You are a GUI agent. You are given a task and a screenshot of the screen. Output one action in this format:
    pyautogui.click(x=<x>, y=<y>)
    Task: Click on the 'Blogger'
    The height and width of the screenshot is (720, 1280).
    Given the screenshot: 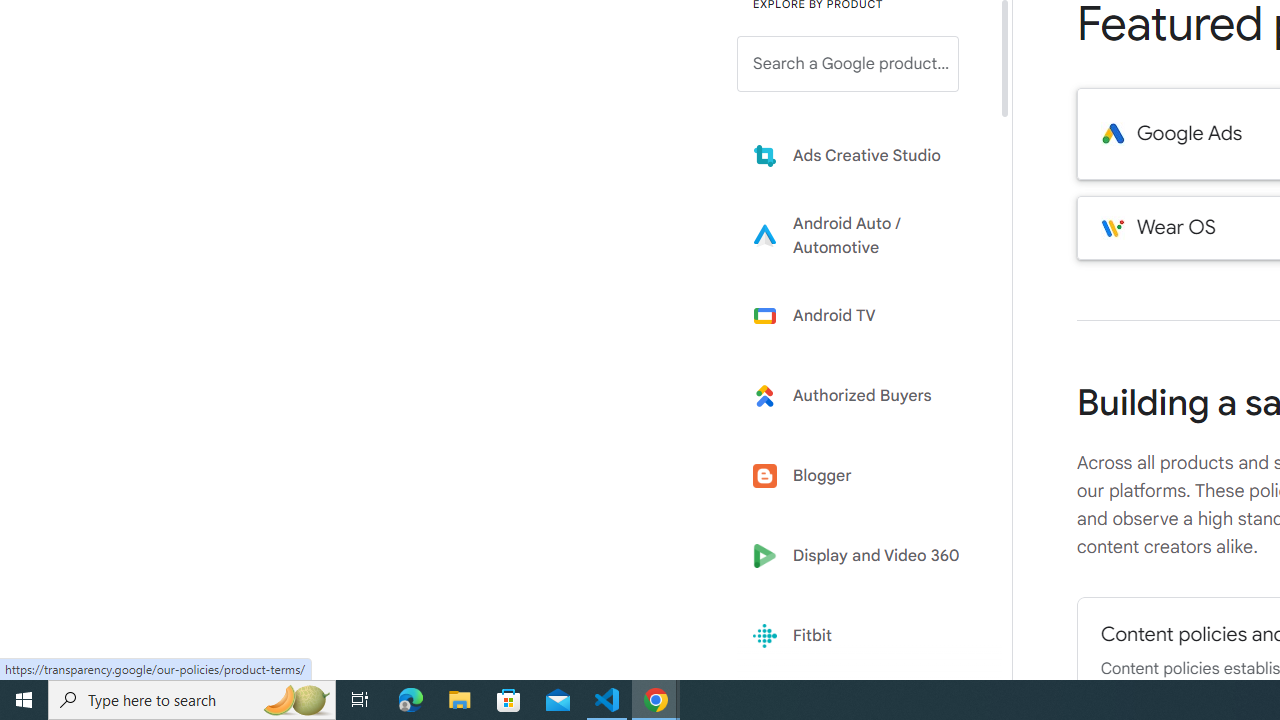 What is the action you would take?
    pyautogui.click(x=862, y=476)
    